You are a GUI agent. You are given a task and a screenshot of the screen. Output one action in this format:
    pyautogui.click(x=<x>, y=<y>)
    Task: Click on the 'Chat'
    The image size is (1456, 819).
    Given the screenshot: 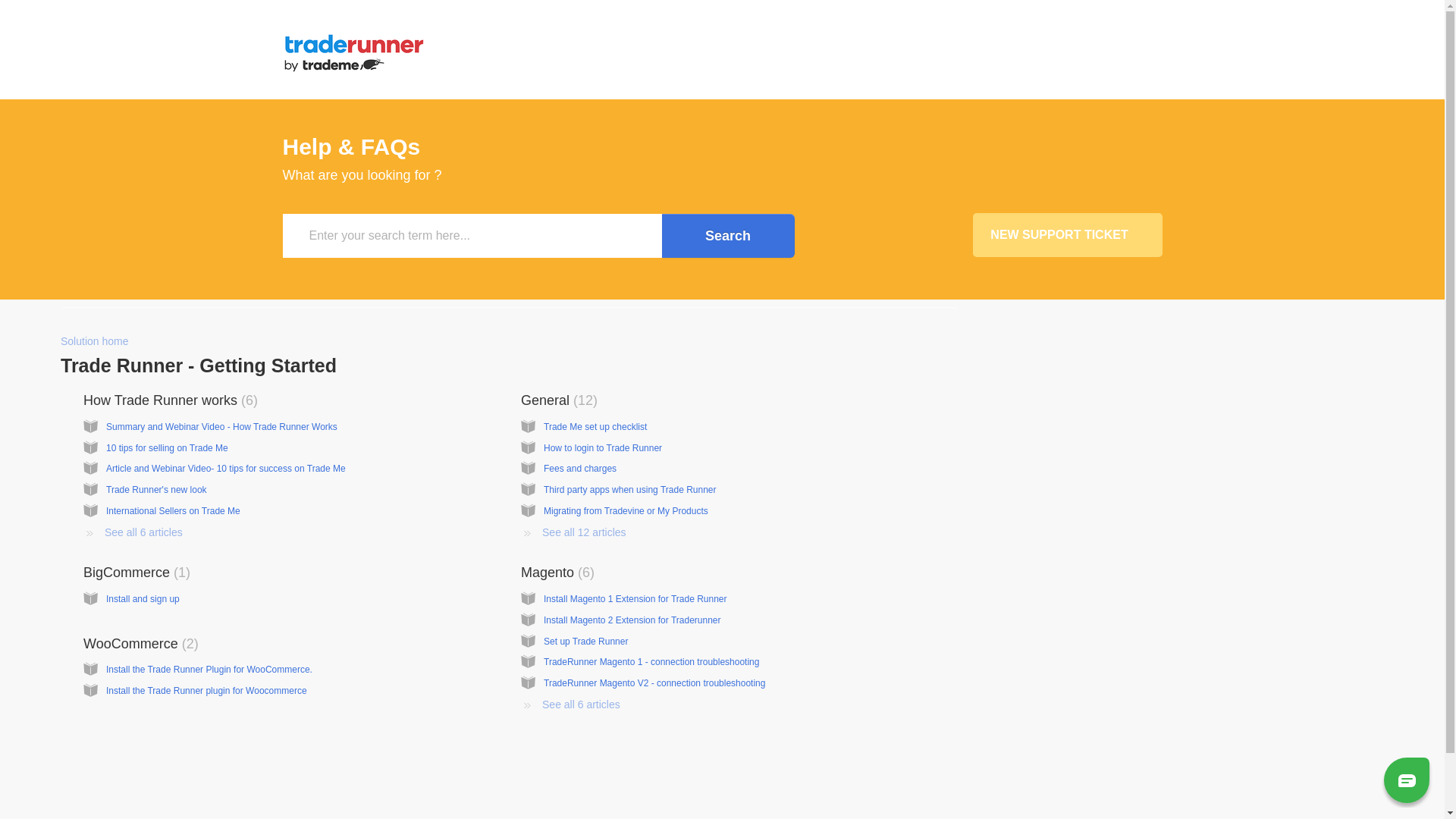 What is the action you would take?
    pyautogui.click(x=1405, y=779)
    